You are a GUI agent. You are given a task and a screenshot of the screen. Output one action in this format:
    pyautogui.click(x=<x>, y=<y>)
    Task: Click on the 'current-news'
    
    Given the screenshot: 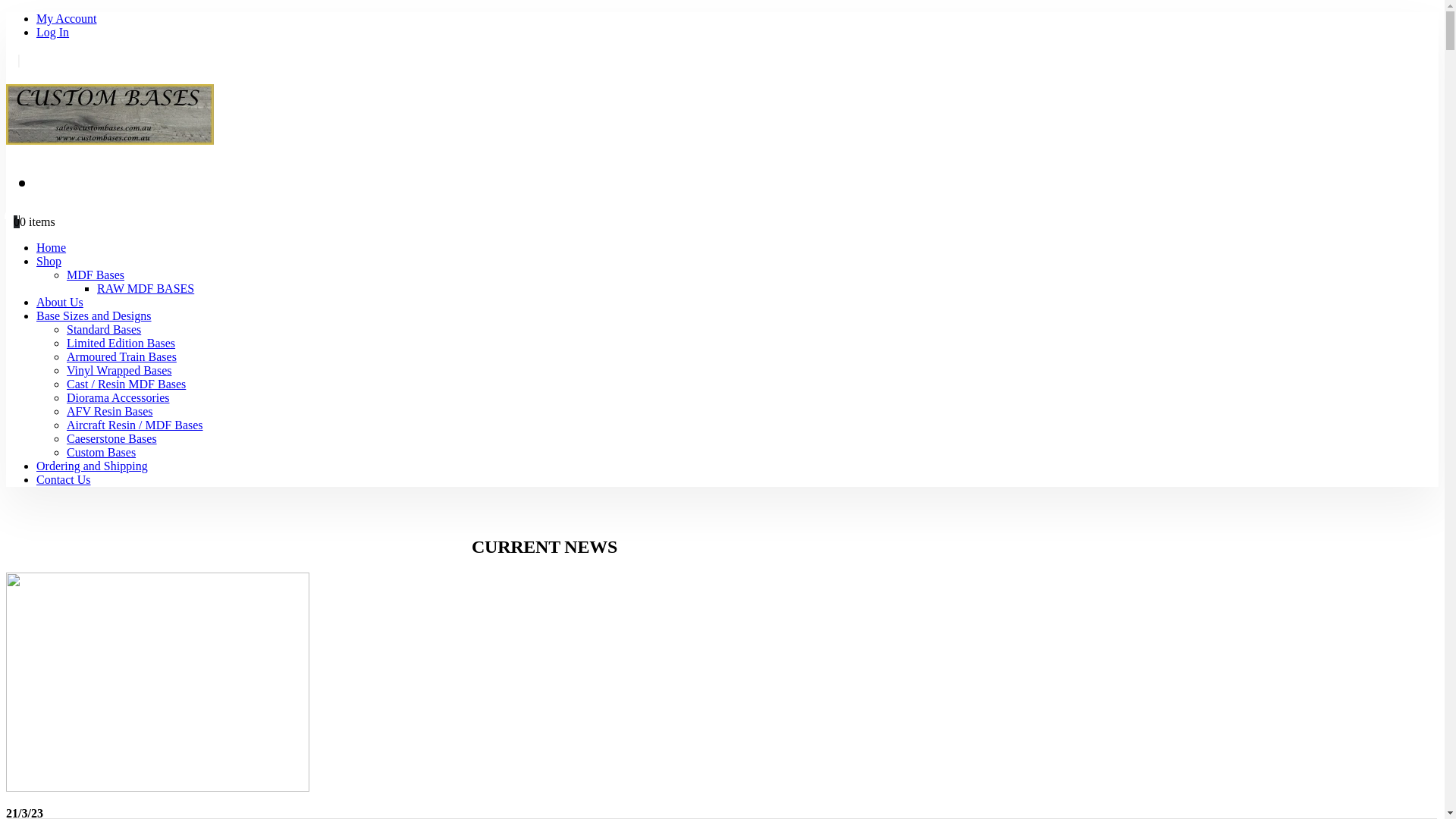 What is the action you would take?
    pyautogui.click(x=157, y=681)
    